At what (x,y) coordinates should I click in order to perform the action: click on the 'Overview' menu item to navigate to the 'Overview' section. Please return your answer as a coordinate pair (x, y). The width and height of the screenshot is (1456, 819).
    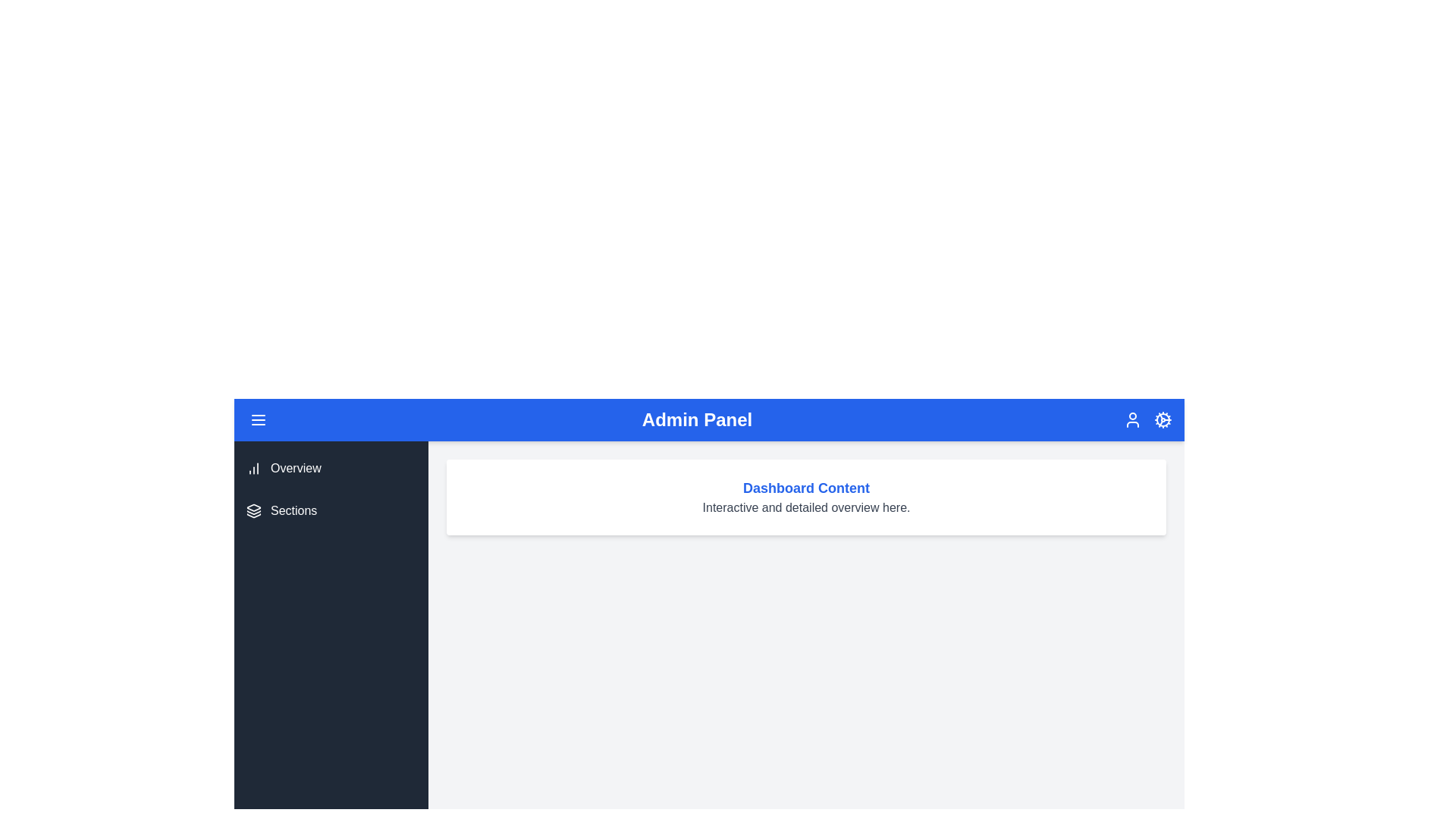
    Looking at the image, I should click on (330, 467).